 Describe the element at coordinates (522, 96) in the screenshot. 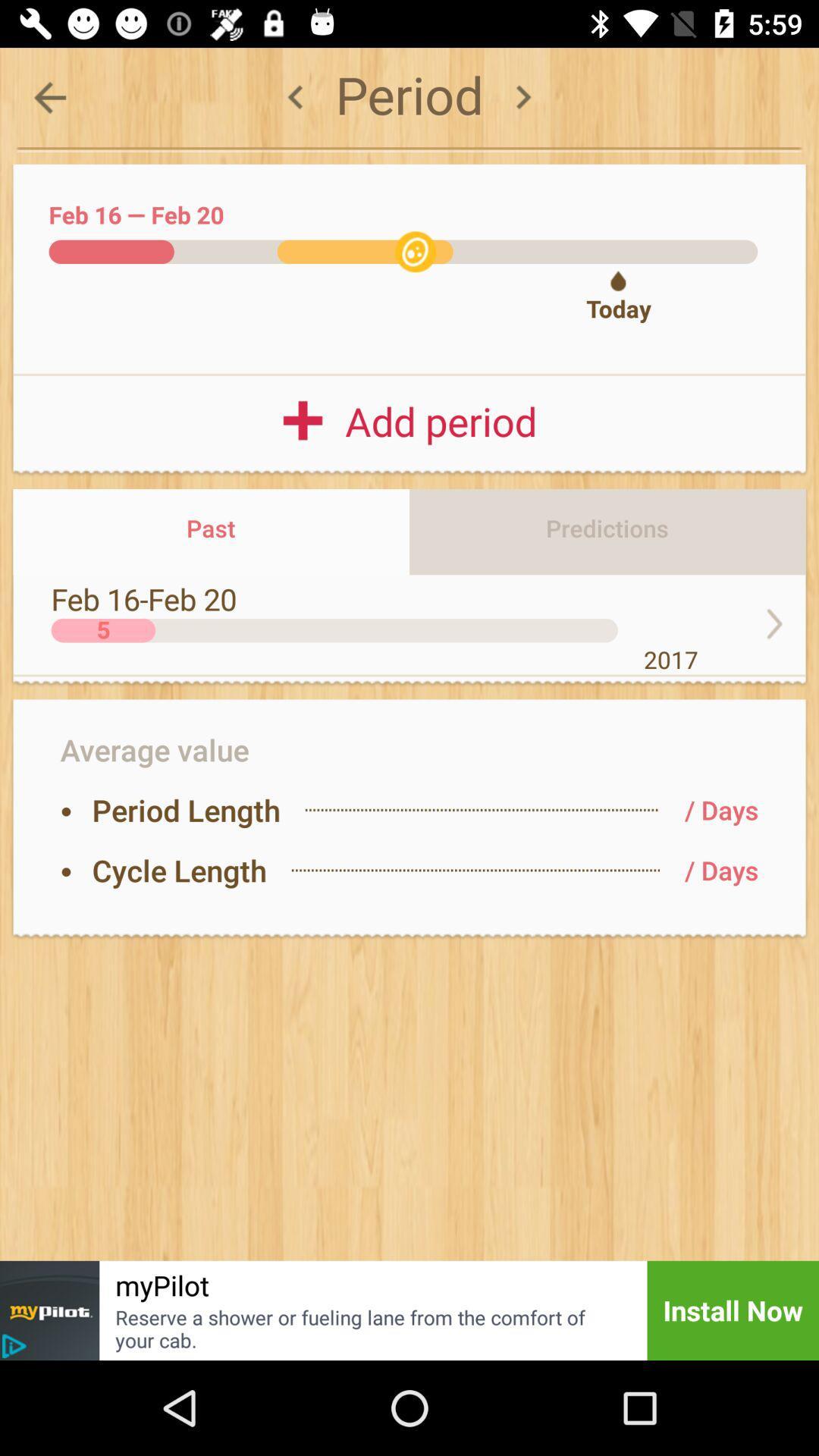

I see `the arrow_forward icon` at that location.